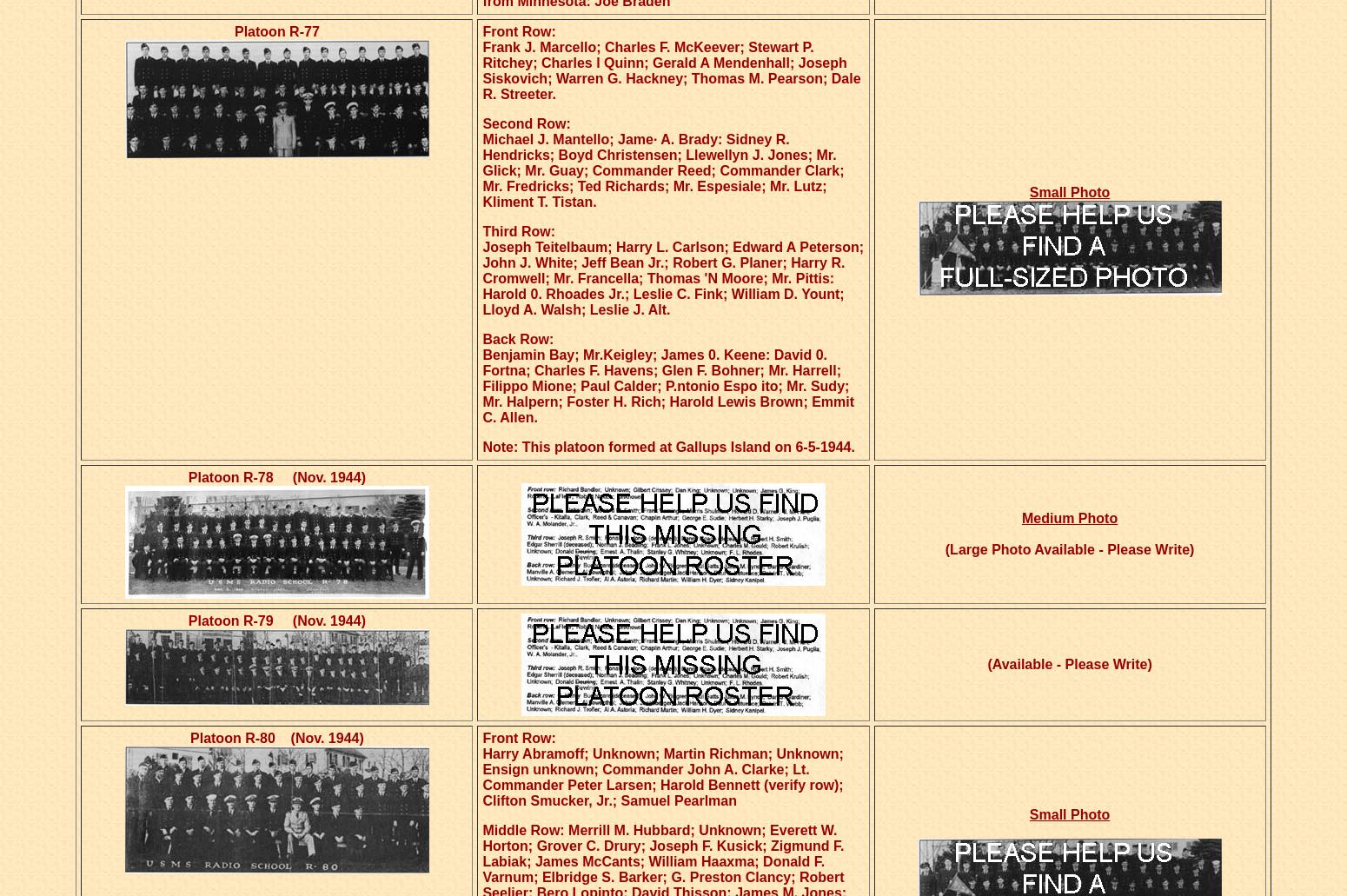 The image size is (1347, 896). Describe the element at coordinates (275, 476) in the screenshot. I see `'Platoon R-78     
                
                (Nov. 1944)'` at that location.